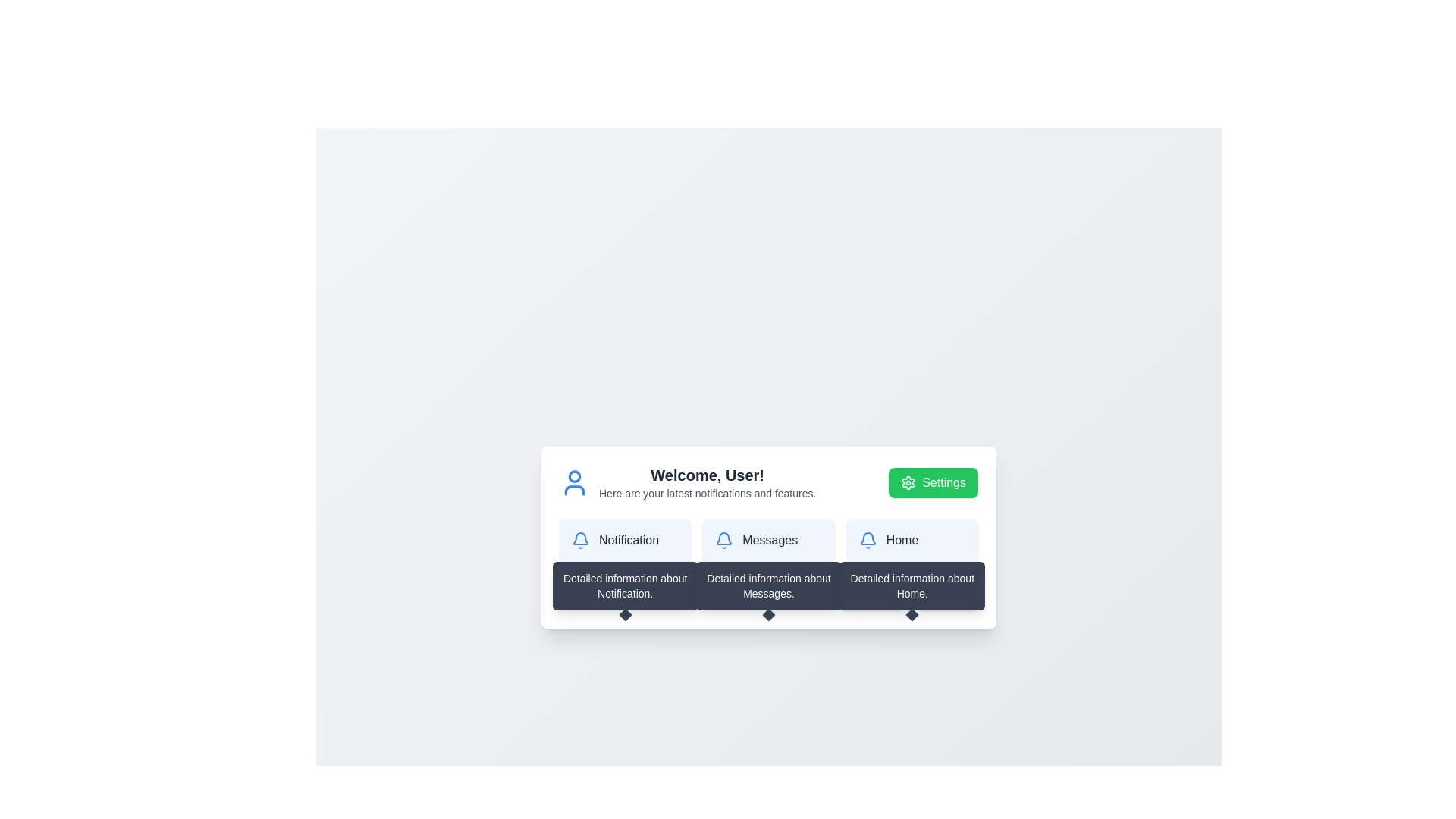 This screenshot has width=1456, height=819. What do you see at coordinates (768, 540) in the screenshot?
I see `the interactive button-like UI component with a blue bell icon and the text 'Messages'` at bounding box center [768, 540].